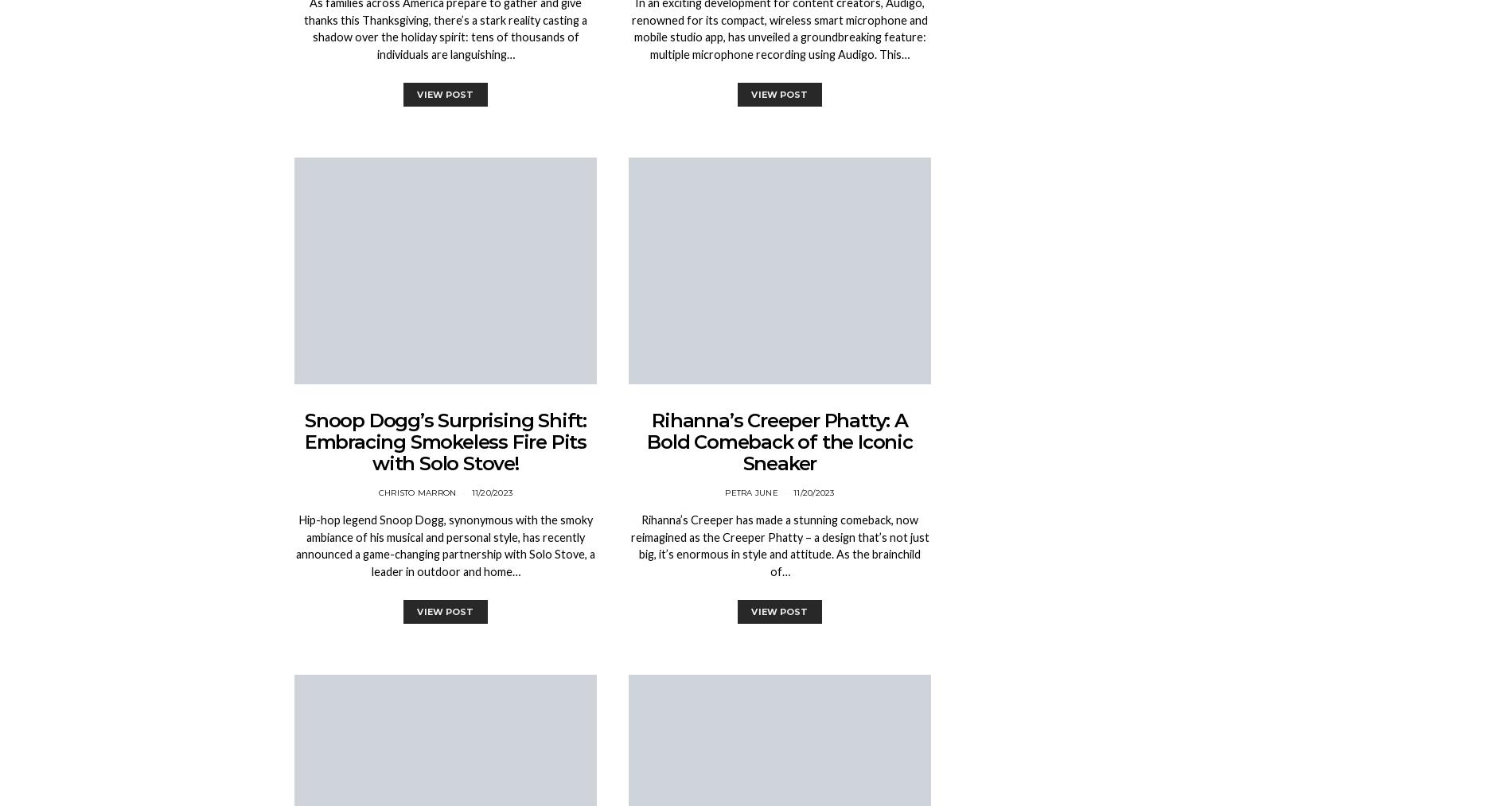 Image resolution: width=1512 pixels, height=806 pixels. I want to click on 'Petra June', so click(750, 492).